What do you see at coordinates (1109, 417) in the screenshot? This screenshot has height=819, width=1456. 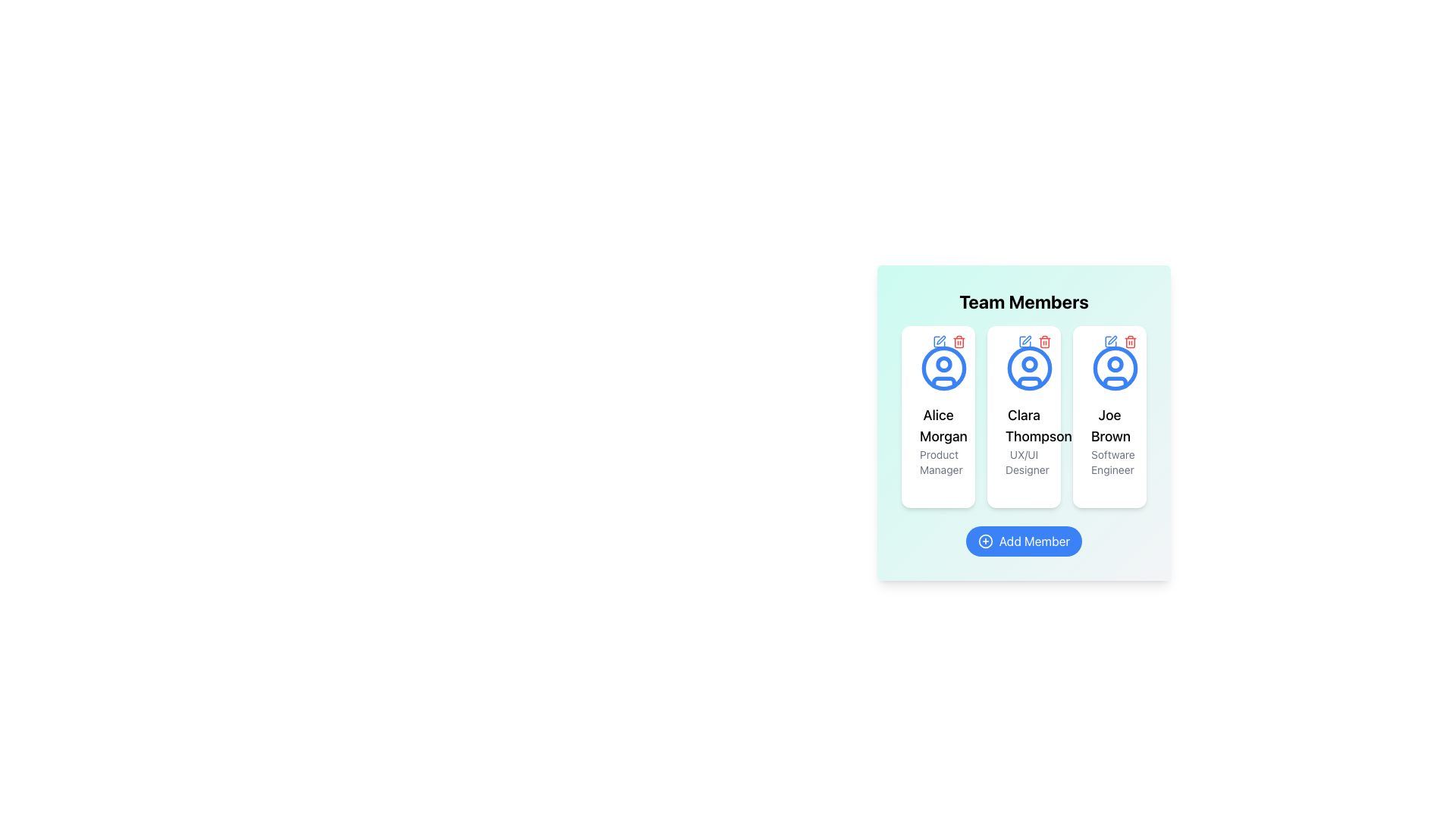 I see `the Information card containing the user icon for 'Joe Brown', a Software Engineer, located on the right-hand side of the row in the 'Team Members' section` at bounding box center [1109, 417].